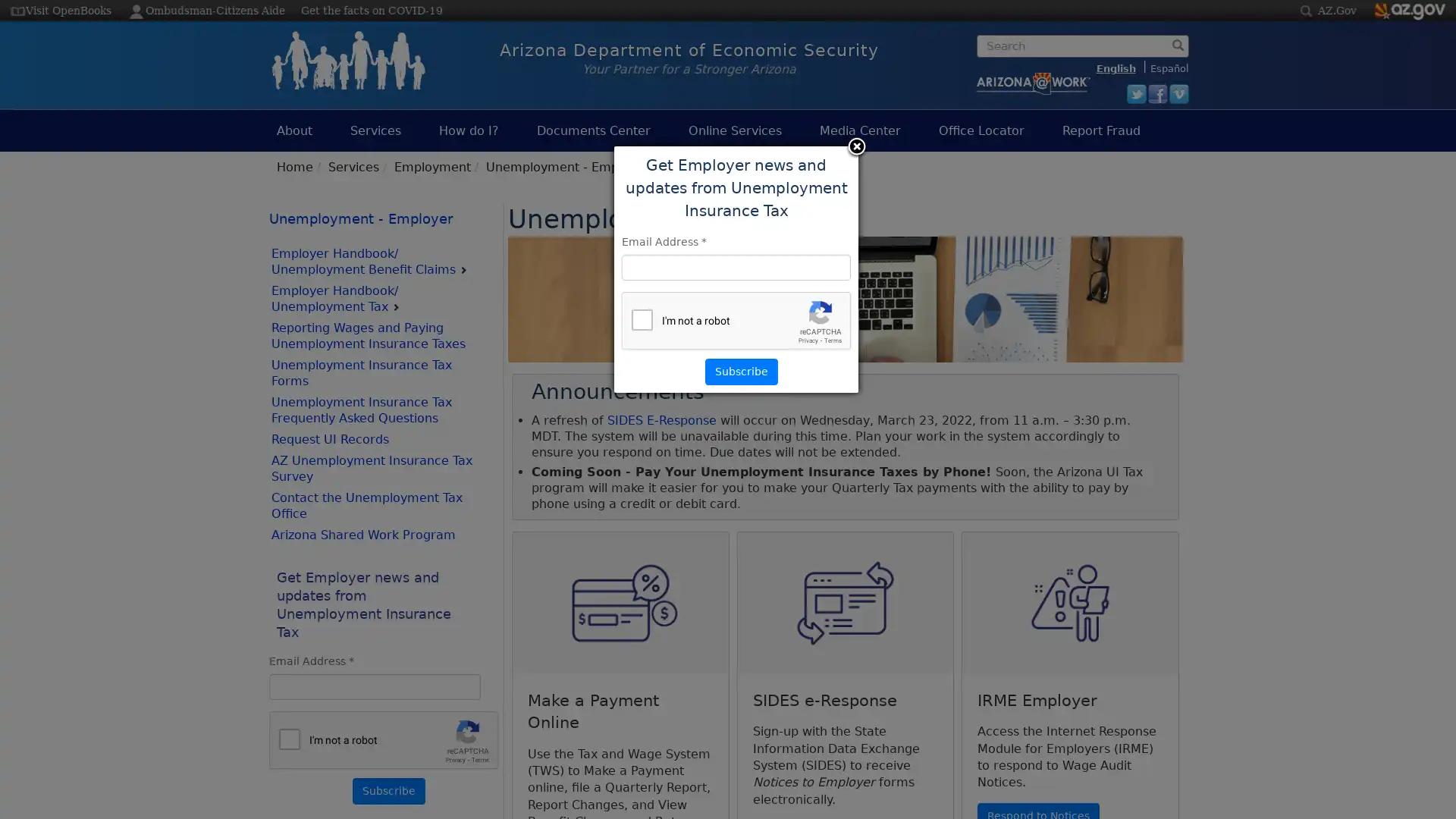 The image size is (1456, 819). What do you see at coordinates (742, 371) in the screenshot?
I see `Subscribe` at bounding box center [742, 371].